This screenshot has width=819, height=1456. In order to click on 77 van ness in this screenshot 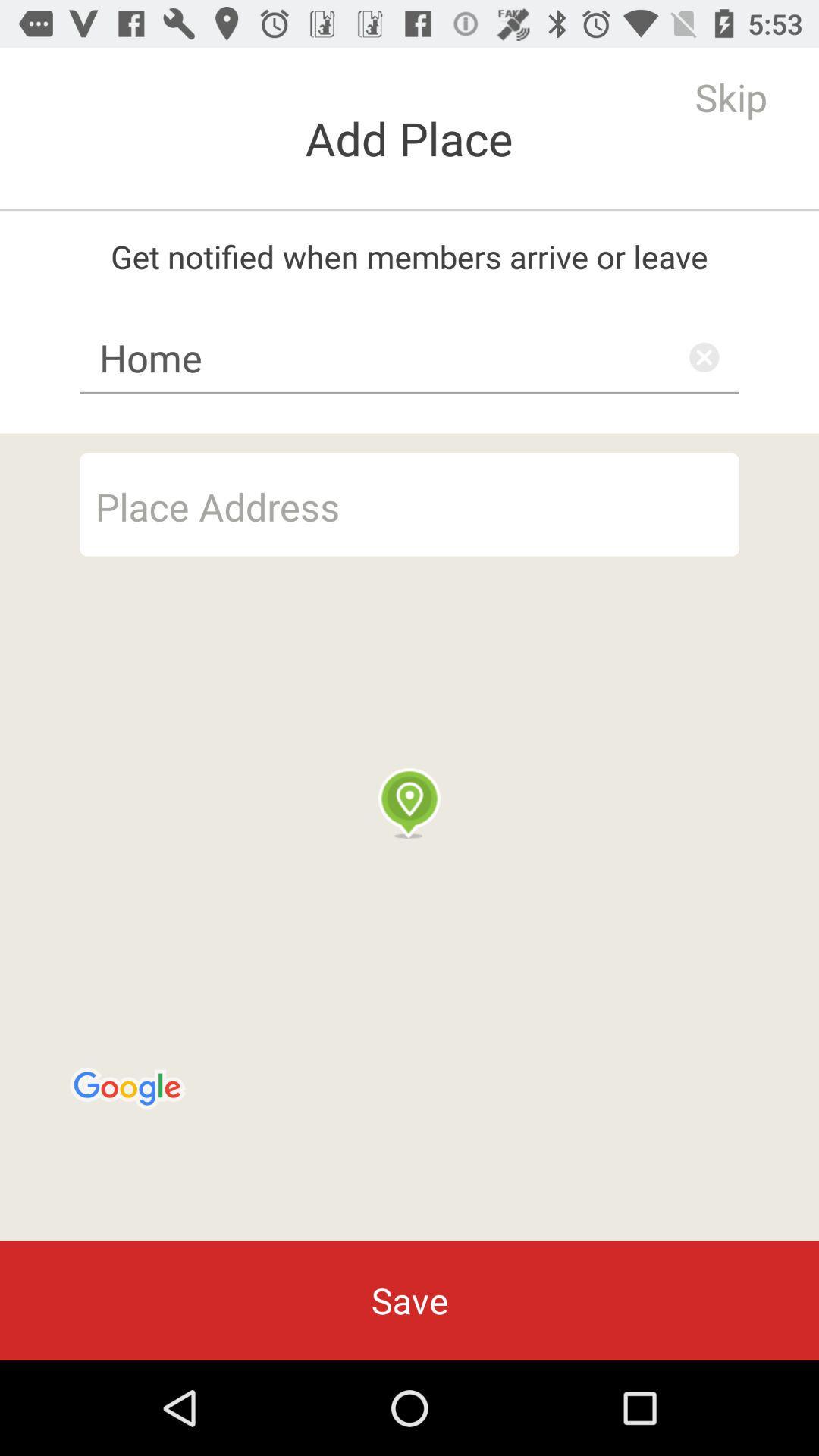, I will do `click(409, 504)`.